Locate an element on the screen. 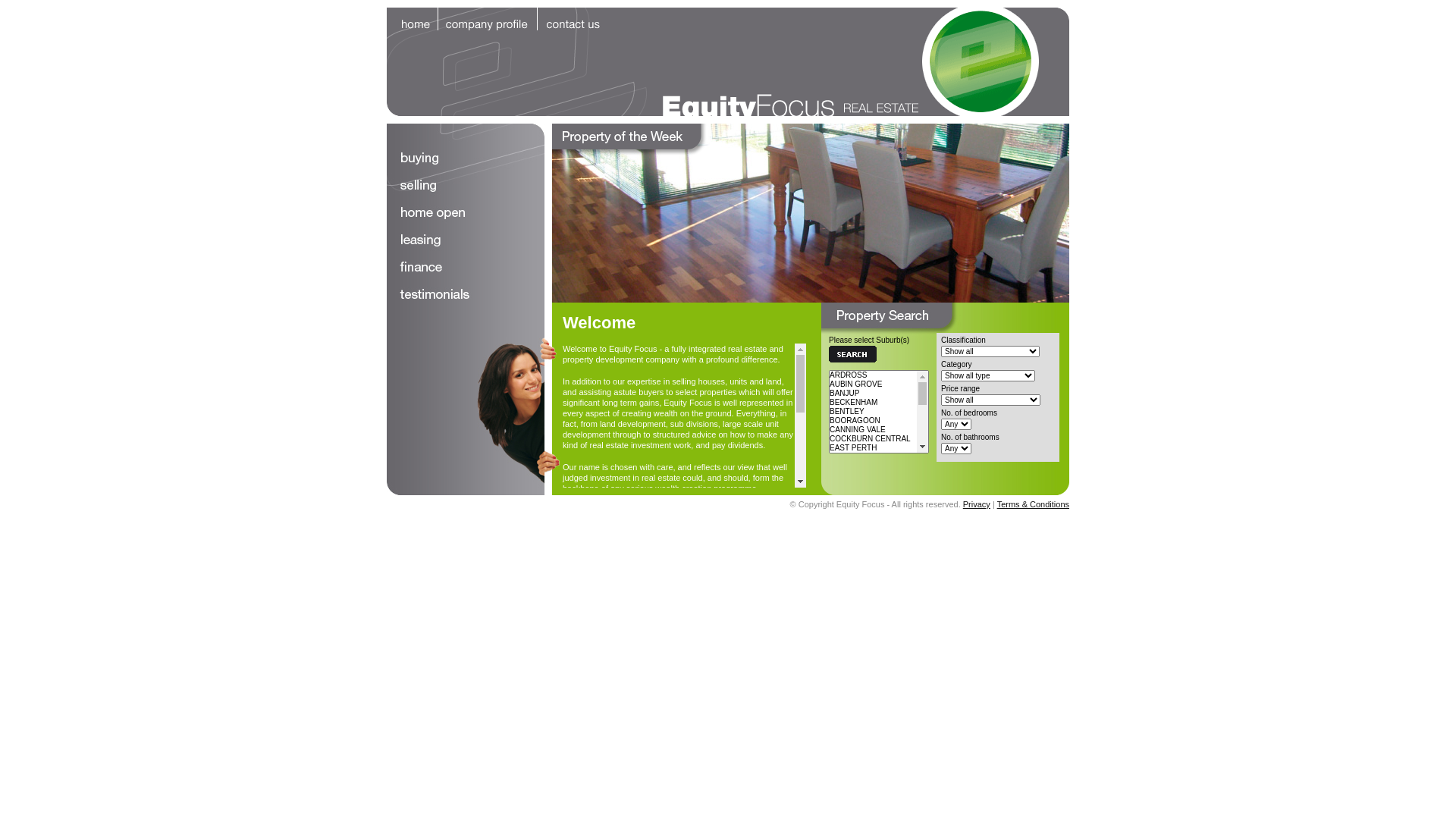 This screenshot has height=819, width=1456. 'finance' is located at coordinates (465, 267).